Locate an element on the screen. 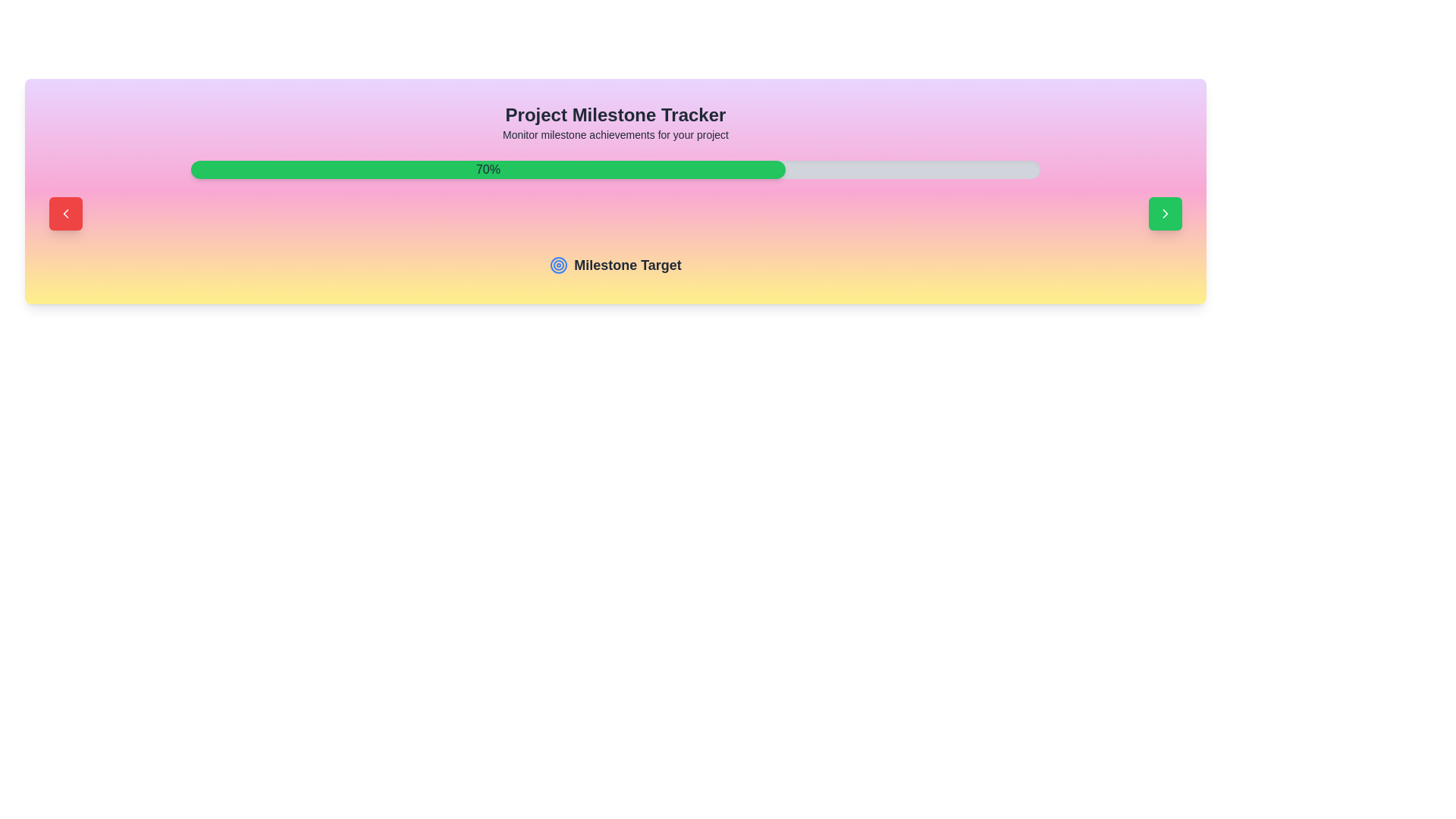 Image resolution: width=1456 pixels, height=819 pixels. the circular target icon that is positioned to the left of the text 'Milestone Target', which is located below the progress bar labeled '70%' is located at coordinates (558, 265).